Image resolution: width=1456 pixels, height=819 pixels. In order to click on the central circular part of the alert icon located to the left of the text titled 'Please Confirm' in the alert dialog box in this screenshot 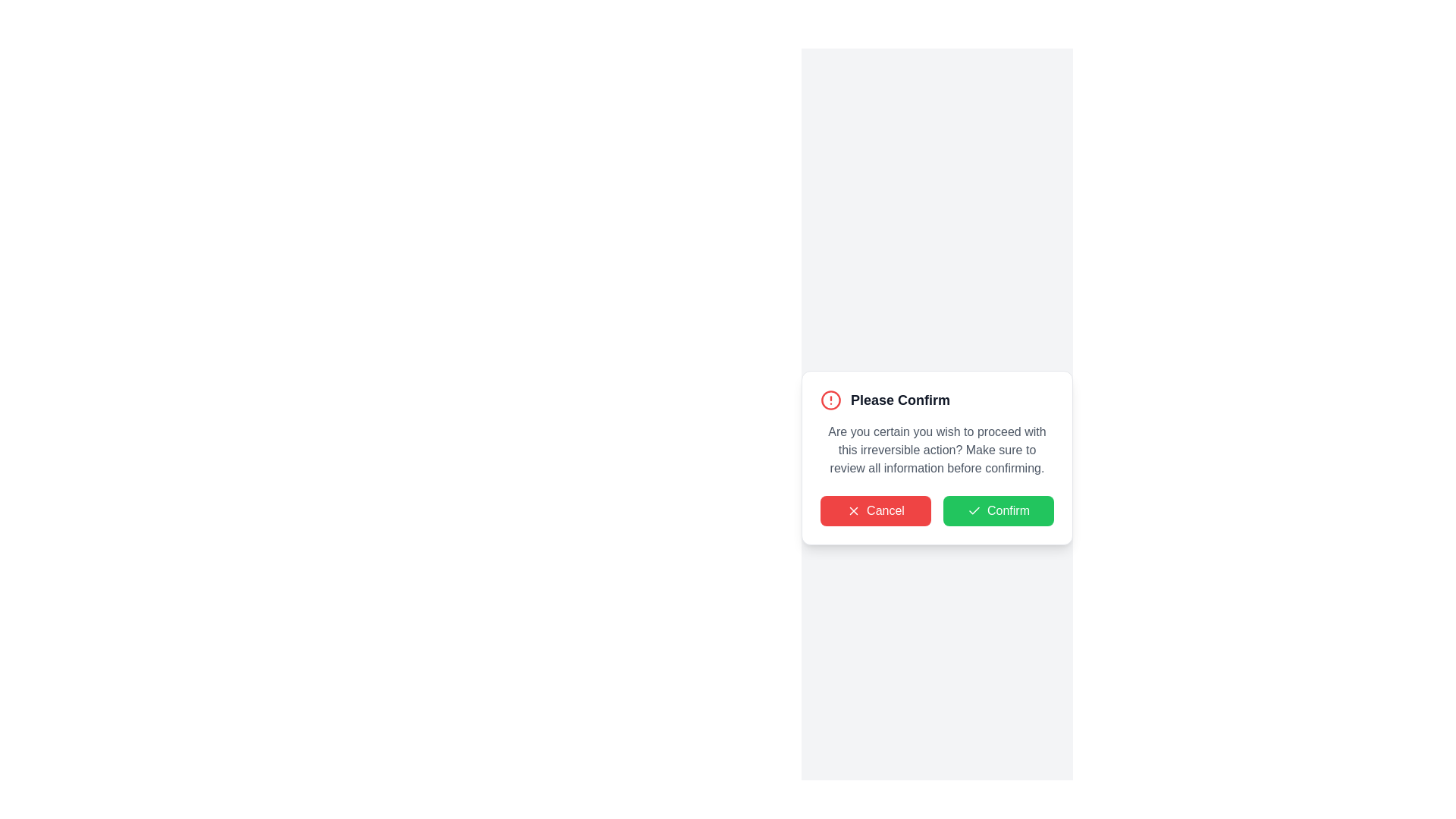, I will do `click(830, 400)`.